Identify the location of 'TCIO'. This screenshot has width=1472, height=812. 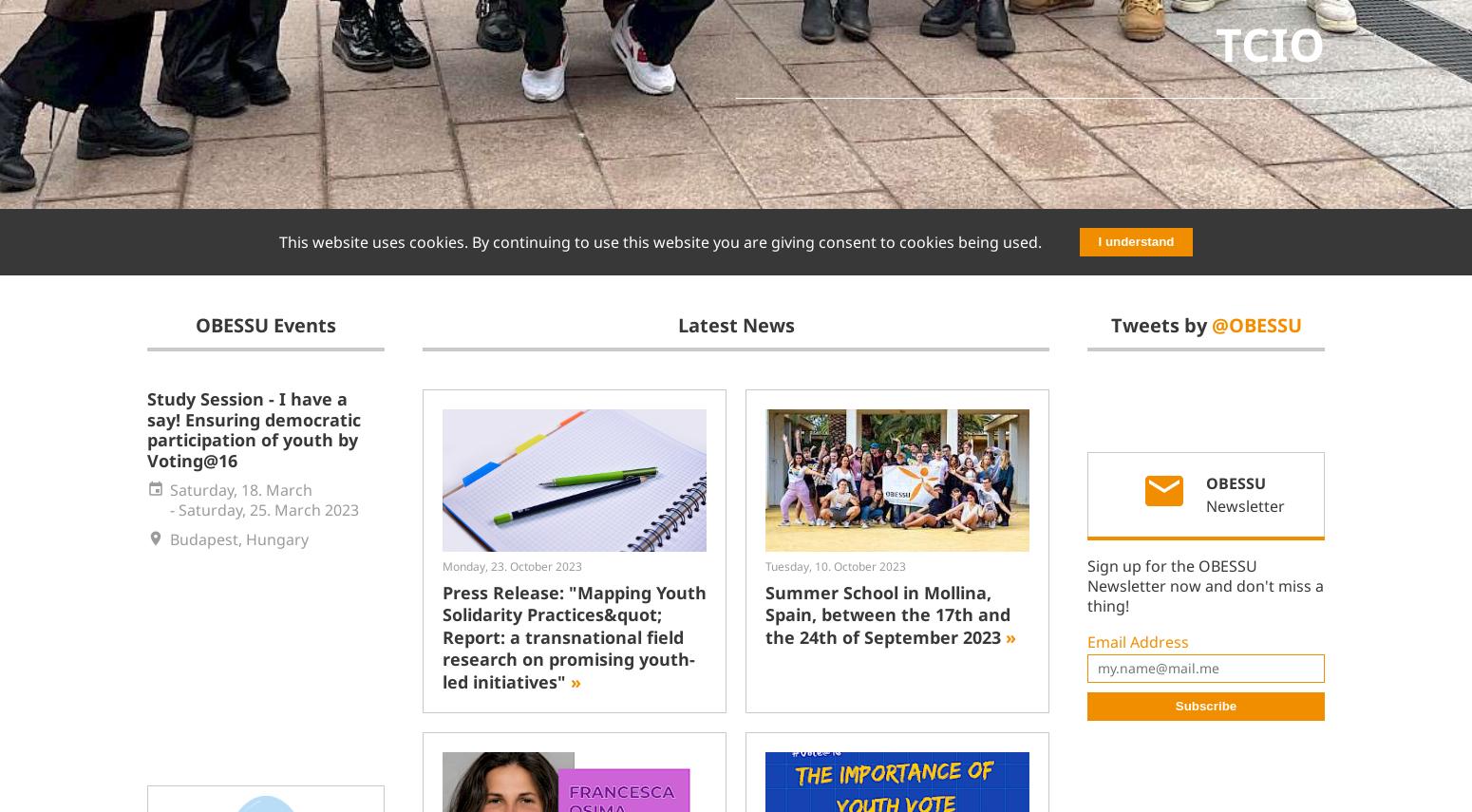
(1270, 43).